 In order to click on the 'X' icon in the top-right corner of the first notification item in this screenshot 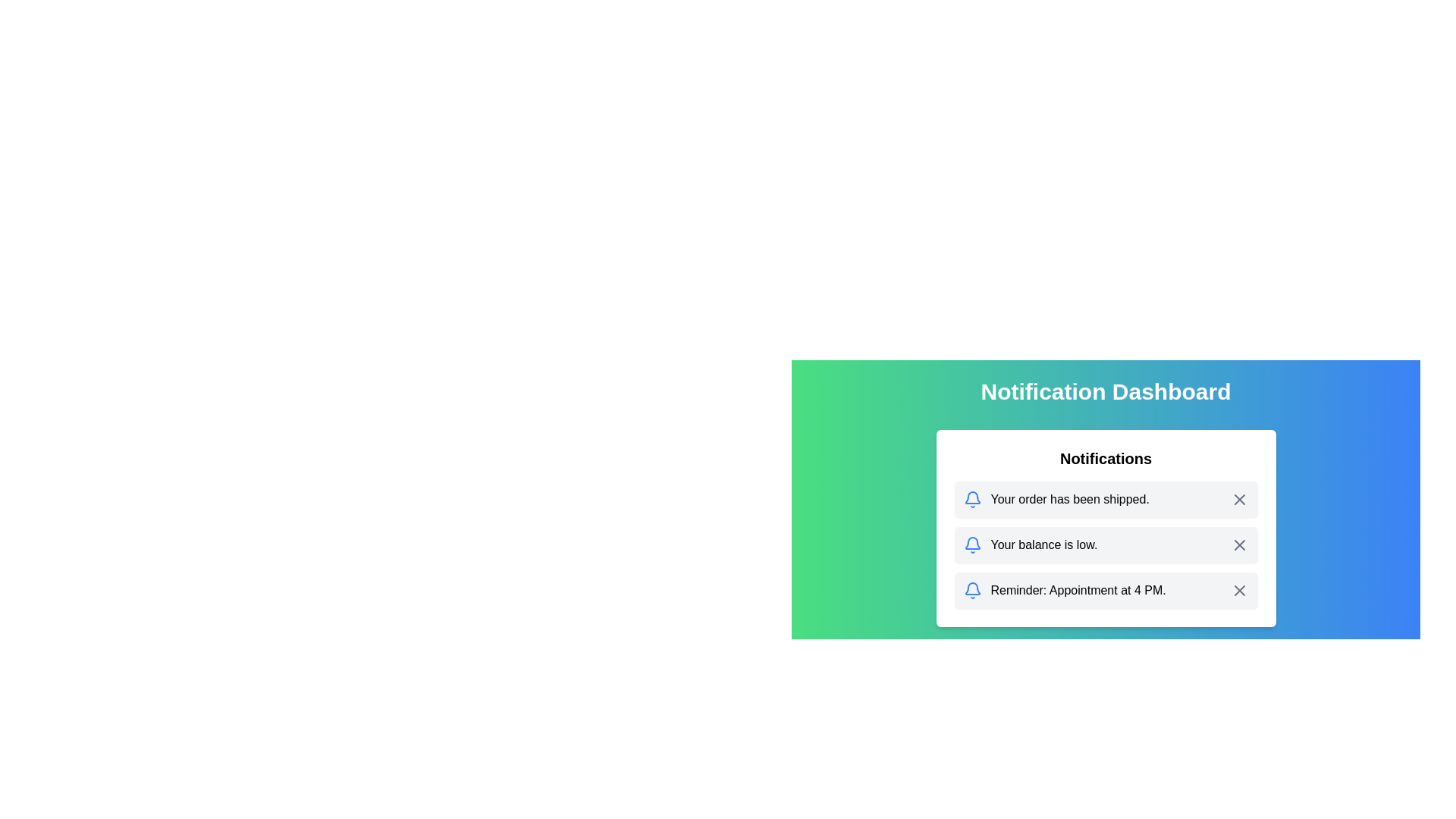, I will do `click(1239, 500)`.